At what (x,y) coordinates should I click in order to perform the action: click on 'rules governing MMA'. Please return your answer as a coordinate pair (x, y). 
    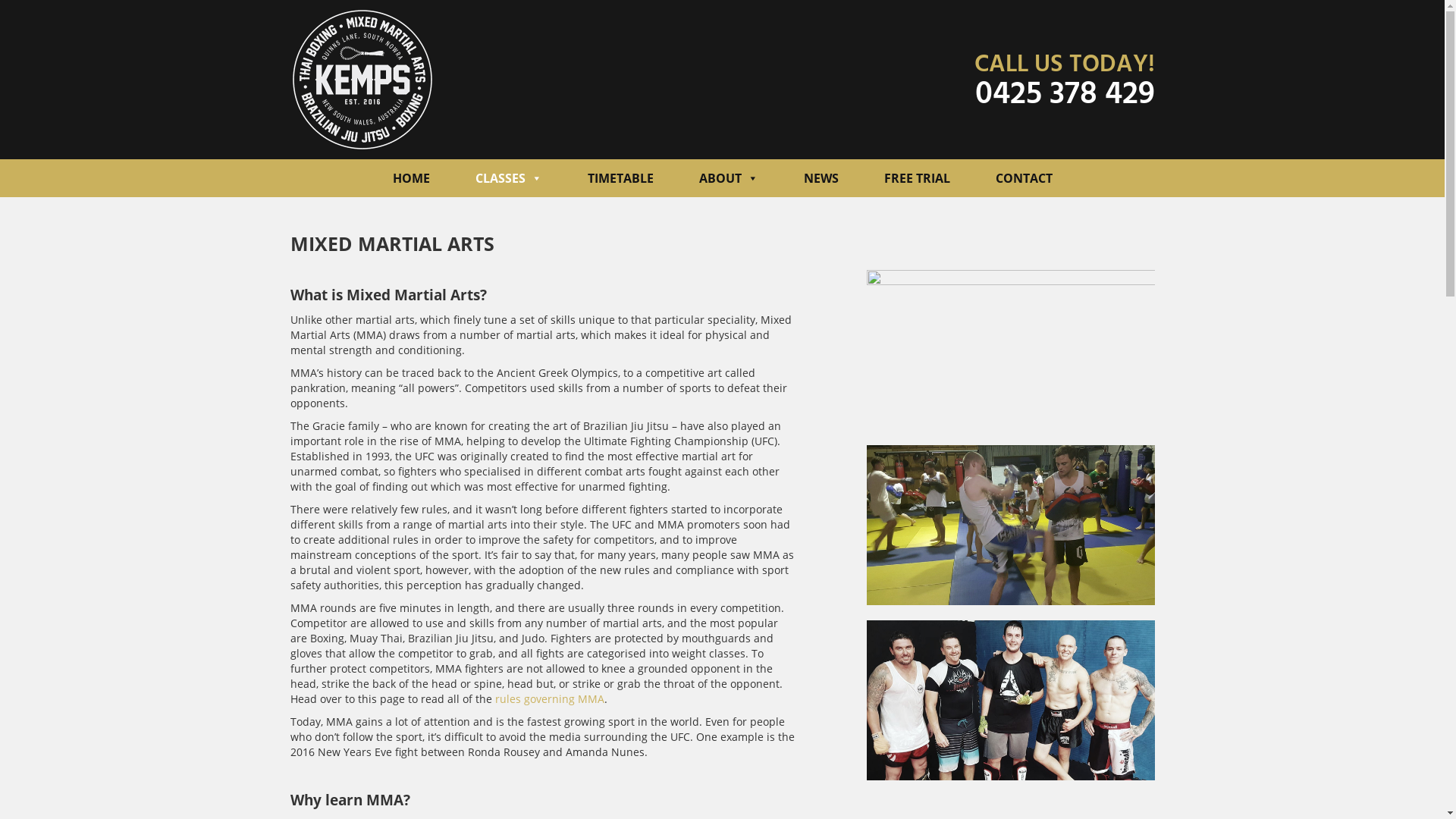
    Looking at the image, I should click on (548, 698).